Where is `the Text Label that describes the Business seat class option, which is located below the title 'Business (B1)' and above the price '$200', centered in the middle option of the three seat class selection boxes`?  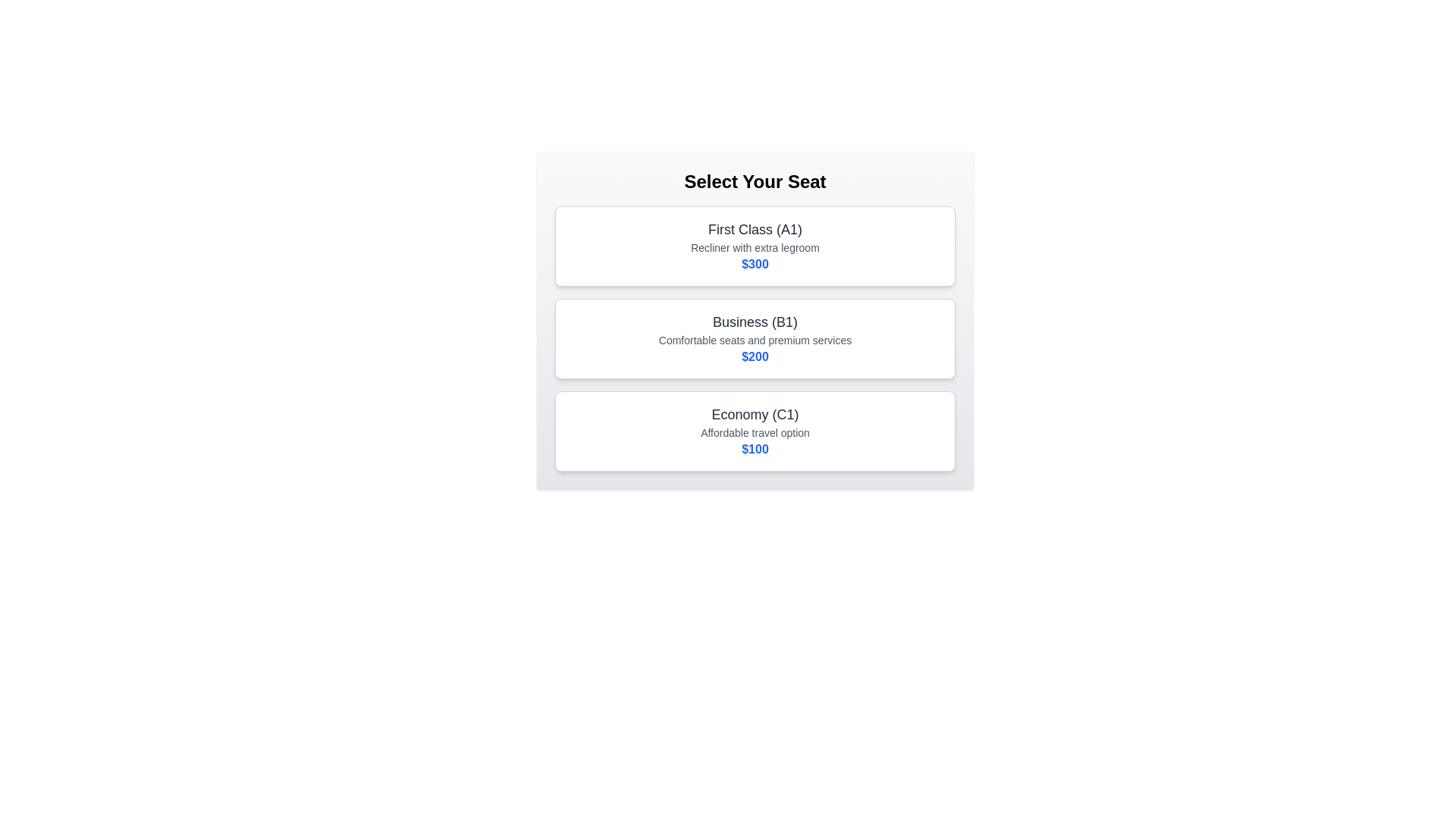 the Text Label that describes the Business seat class option, which is located below the title 'Business (B1)' and above the price '$200', centered in the middle option of the three seat class selection boxes is located at coordinates (755, 339).